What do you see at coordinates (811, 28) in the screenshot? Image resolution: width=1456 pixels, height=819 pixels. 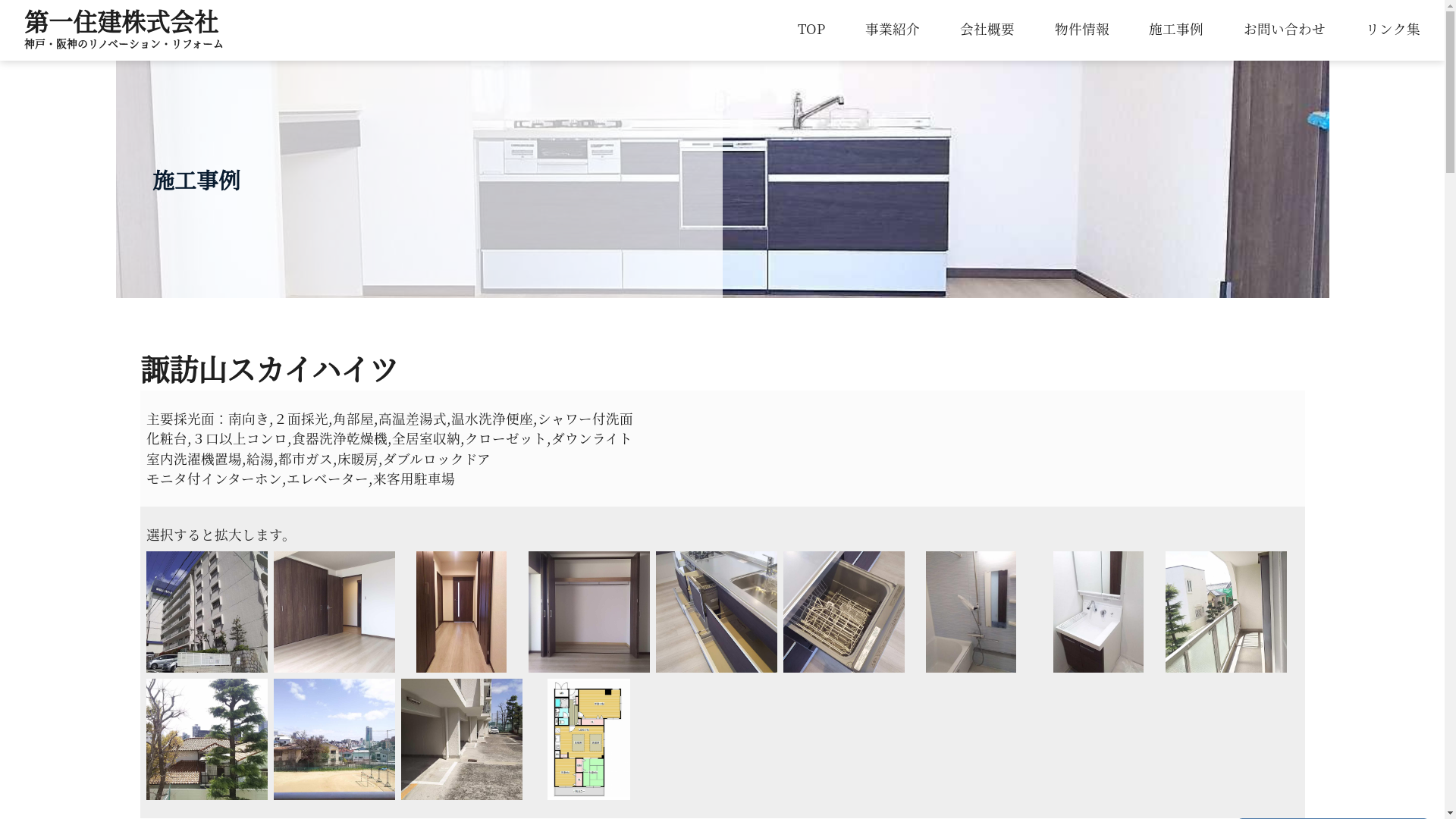 I see `'TOP'` at bounding box center [811, 28].